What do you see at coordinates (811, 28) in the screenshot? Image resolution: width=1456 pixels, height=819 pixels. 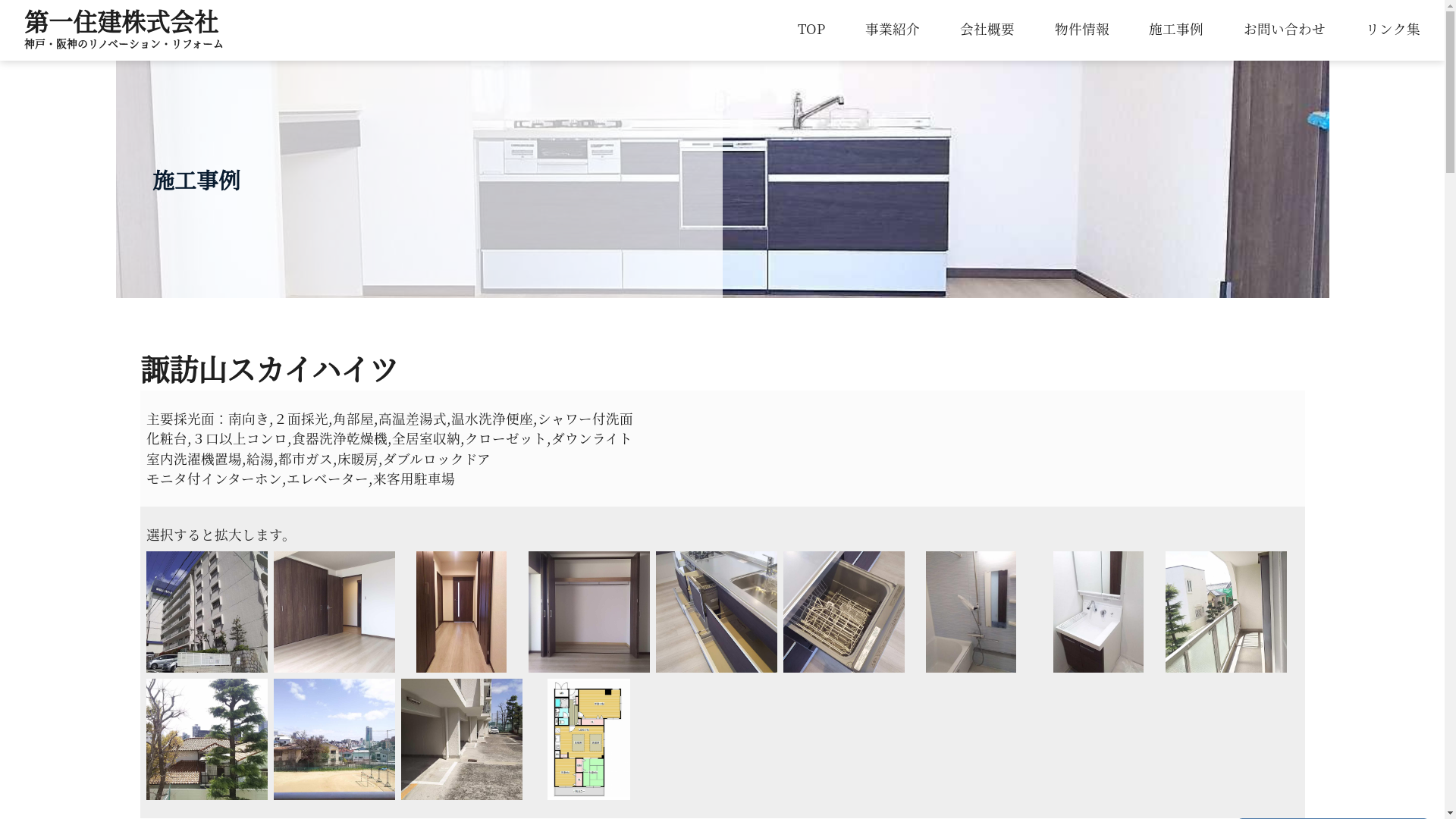 I see `'TOP'` at bounding box center [811, 28].